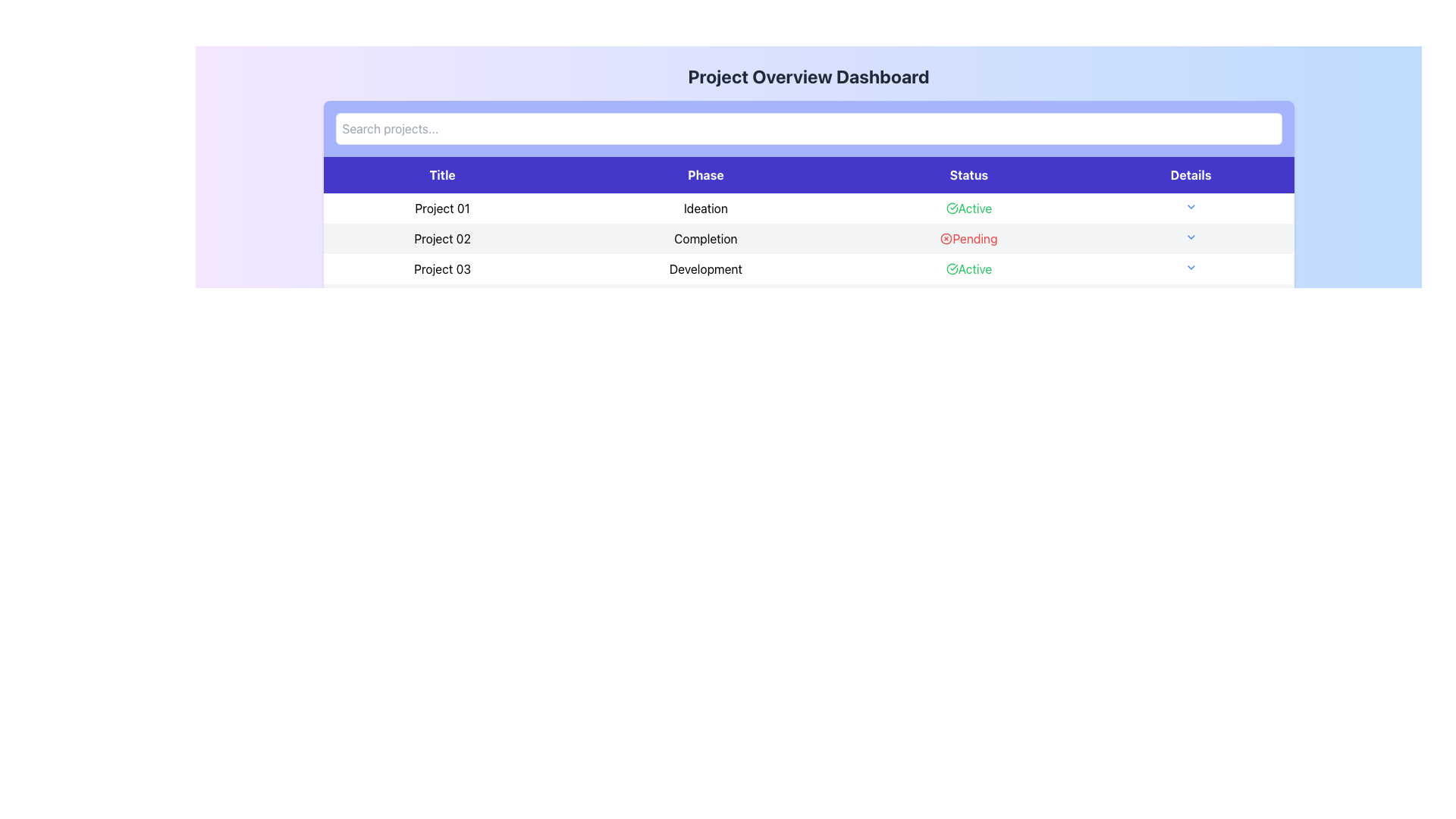  I want to click on the red text label reading 'Pending' in the 'Status' column of the table for 'Project 02' under the 'Completion' phase, so click(968, 239).